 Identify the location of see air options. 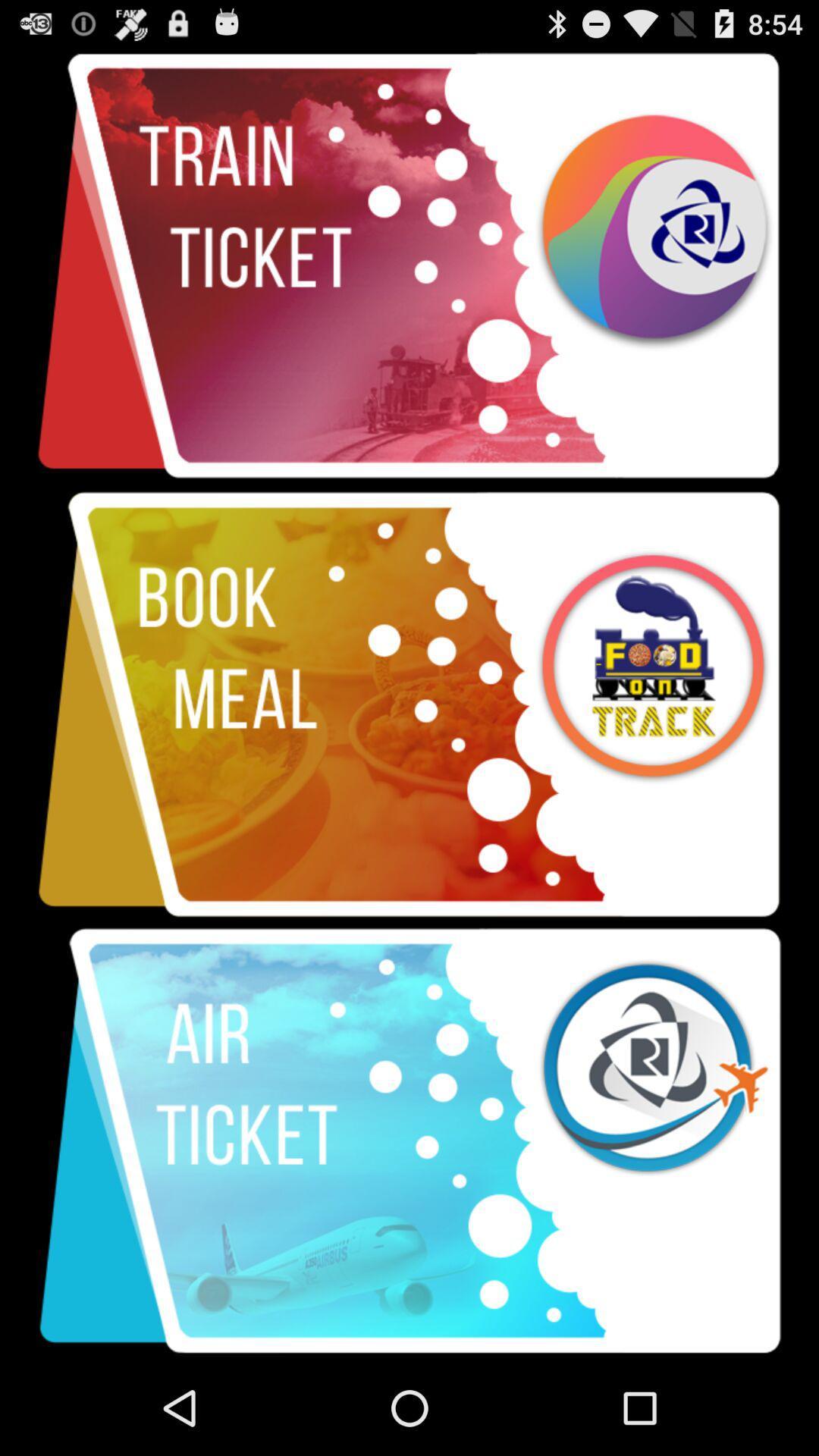
(409, 1141).